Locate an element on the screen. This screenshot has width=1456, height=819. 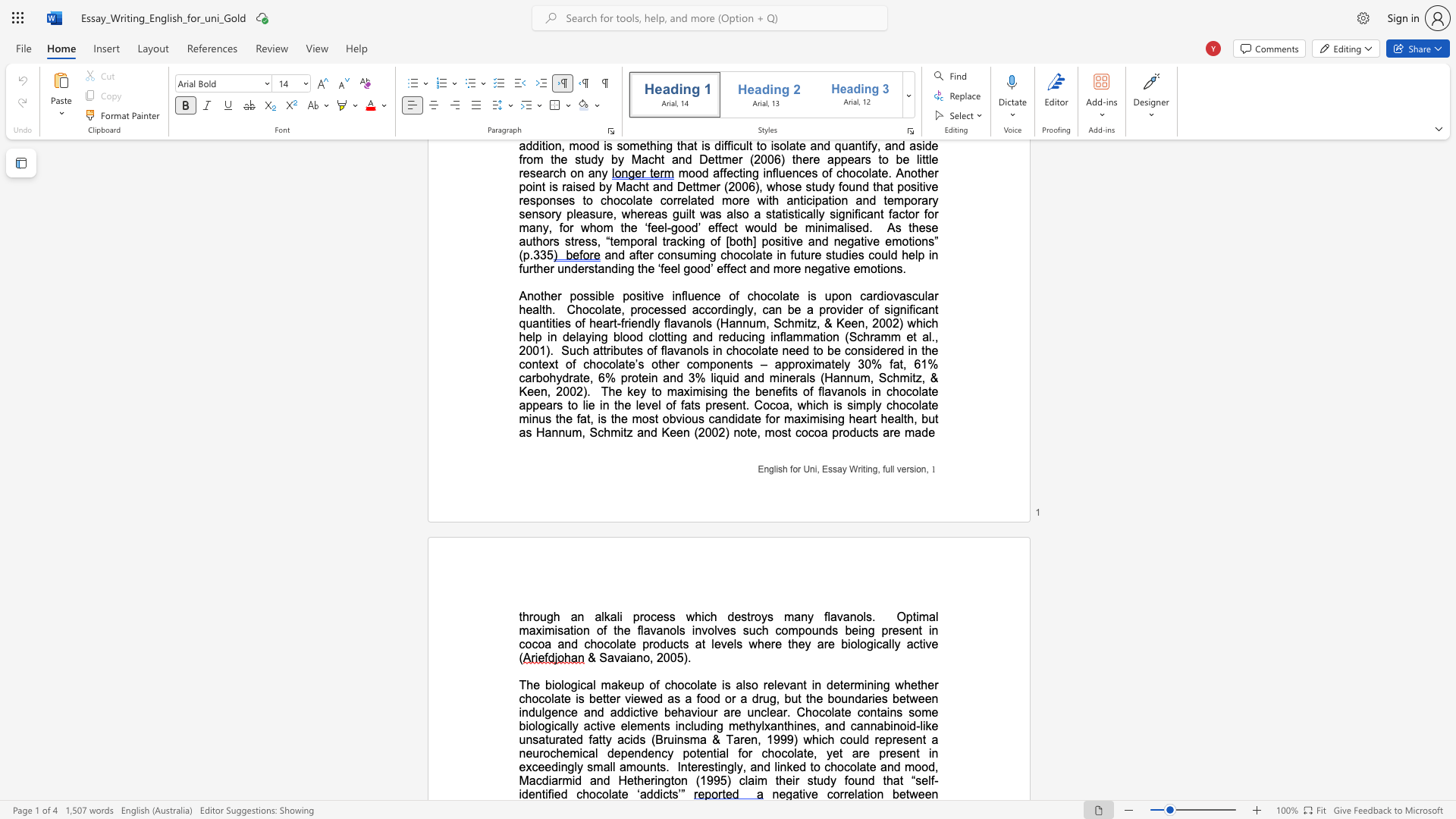
the subset text ", and can" within the text "some biologically active elements including methylxanthines, and cannabinoid-like unsaturated fatty acids (Bruinsma & Taren, 1999) which could" is located at coordinates (815, 725).